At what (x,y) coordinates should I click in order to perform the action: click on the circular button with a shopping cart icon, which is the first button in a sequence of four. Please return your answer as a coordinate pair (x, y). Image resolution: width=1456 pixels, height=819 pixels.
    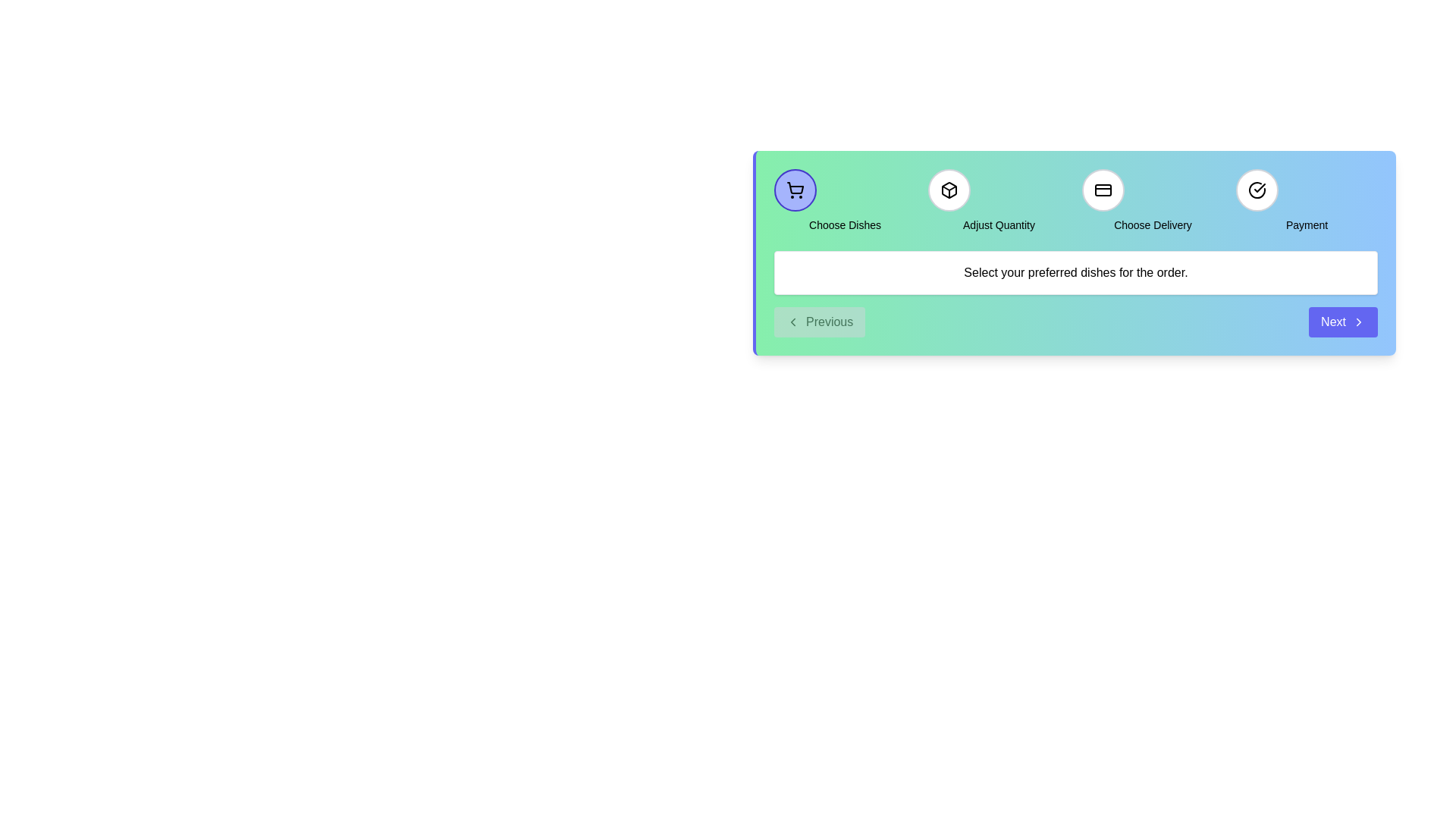
    Looking at the image, I should click on (795, 189).